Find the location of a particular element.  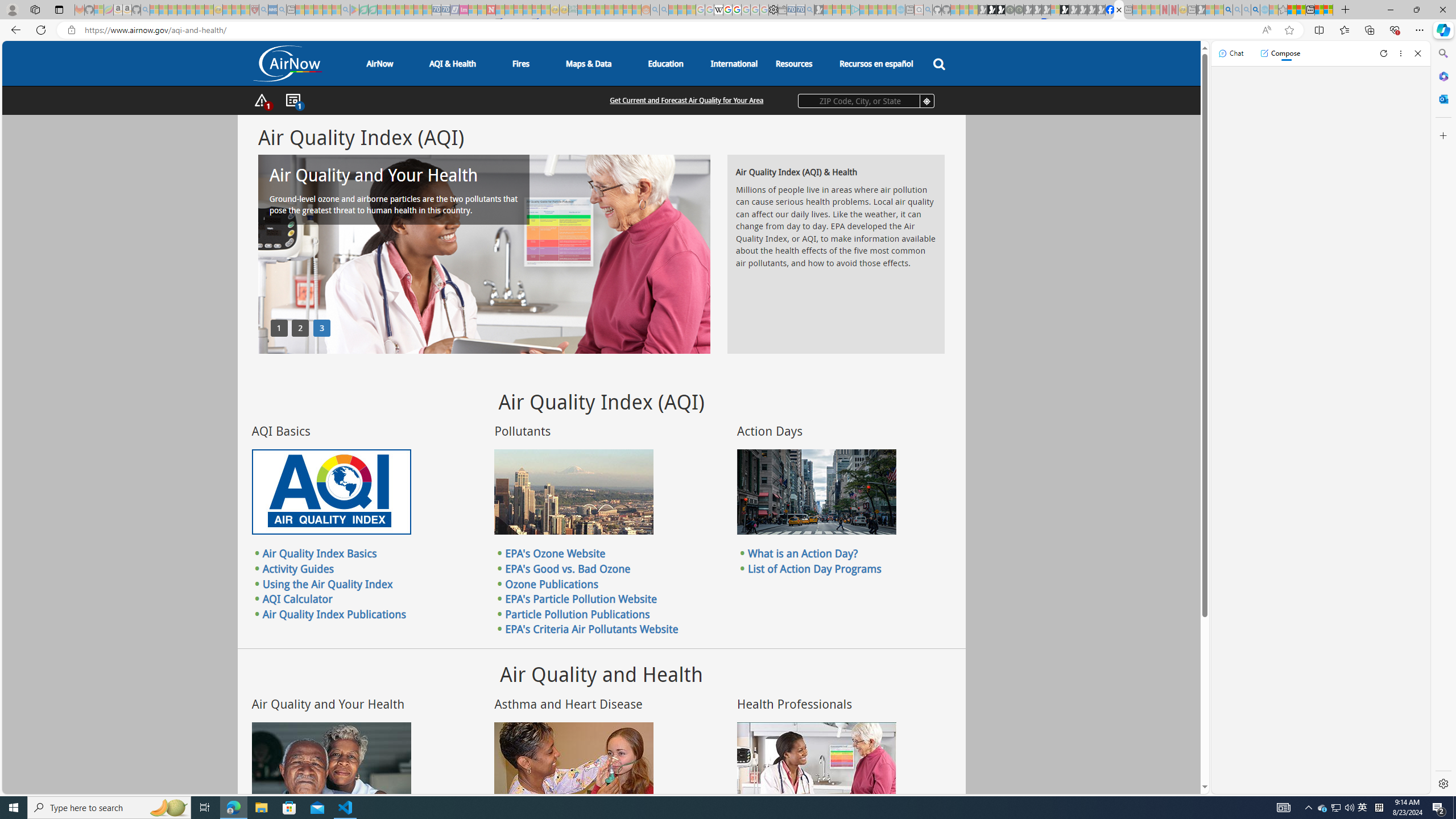

'AQI & Health | AirNow.gov' is located at coordinates (1118, 9).